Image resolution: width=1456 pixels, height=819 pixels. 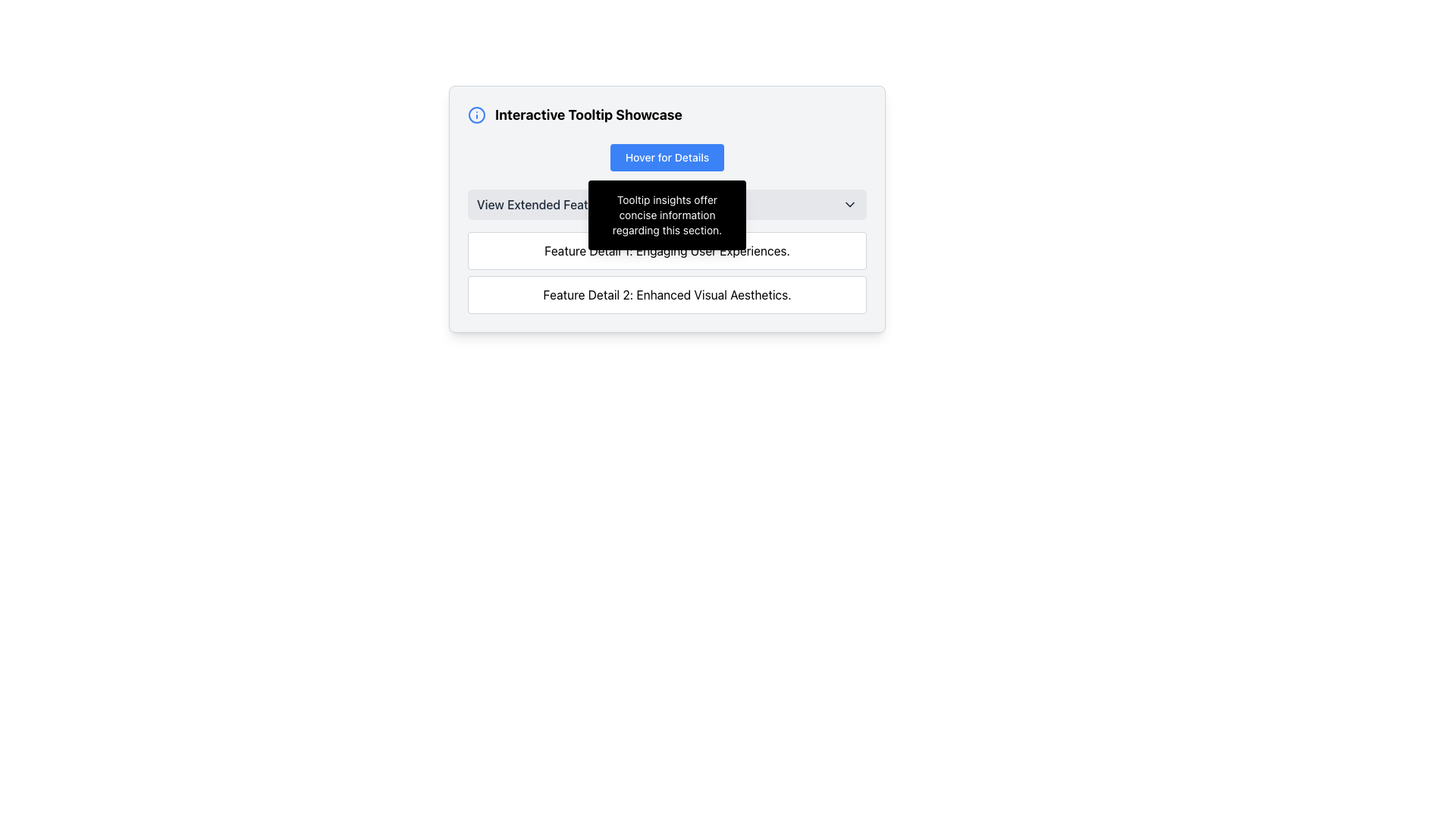 What do you see at coordinates (588, 114) in the screenshot?
I see `text label 'Interactive Tooltip Showcase' which is a bold, large font element located in the header section, to the right of a blue information icon` at bounding box center [588, 114].